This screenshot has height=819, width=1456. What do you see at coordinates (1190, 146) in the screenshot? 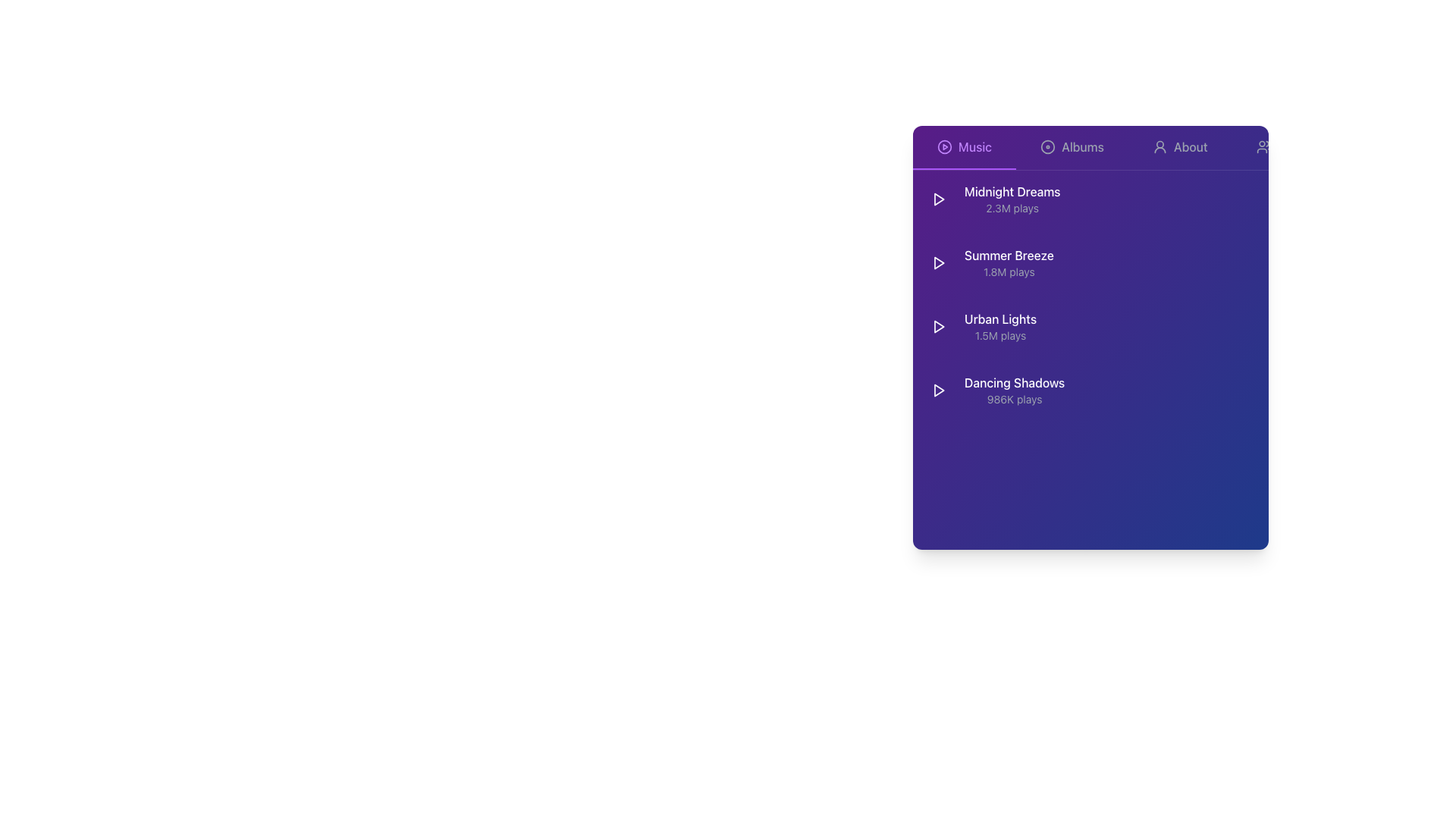
I see `the 'About' text label located in the navigation bar at the top of the panel, which has a purple background and light gray text` at bounding box center [1190, 146].